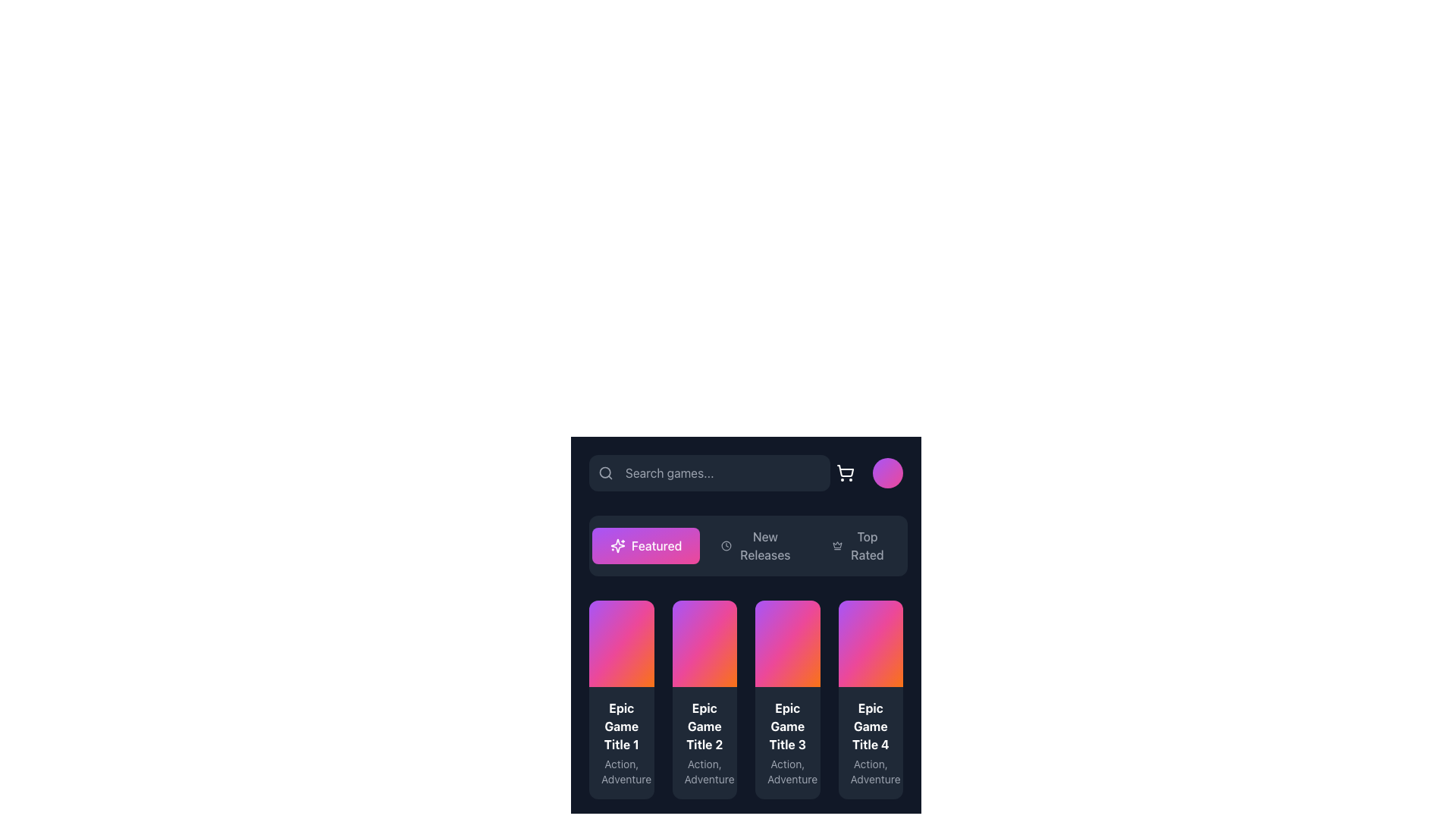  Describe the element at coordinates (726, 546) in the screenshot. I see `the 'New Releases' icon located on the left side of the text within the 'New Releases' button in the top section of the interface` at that location.